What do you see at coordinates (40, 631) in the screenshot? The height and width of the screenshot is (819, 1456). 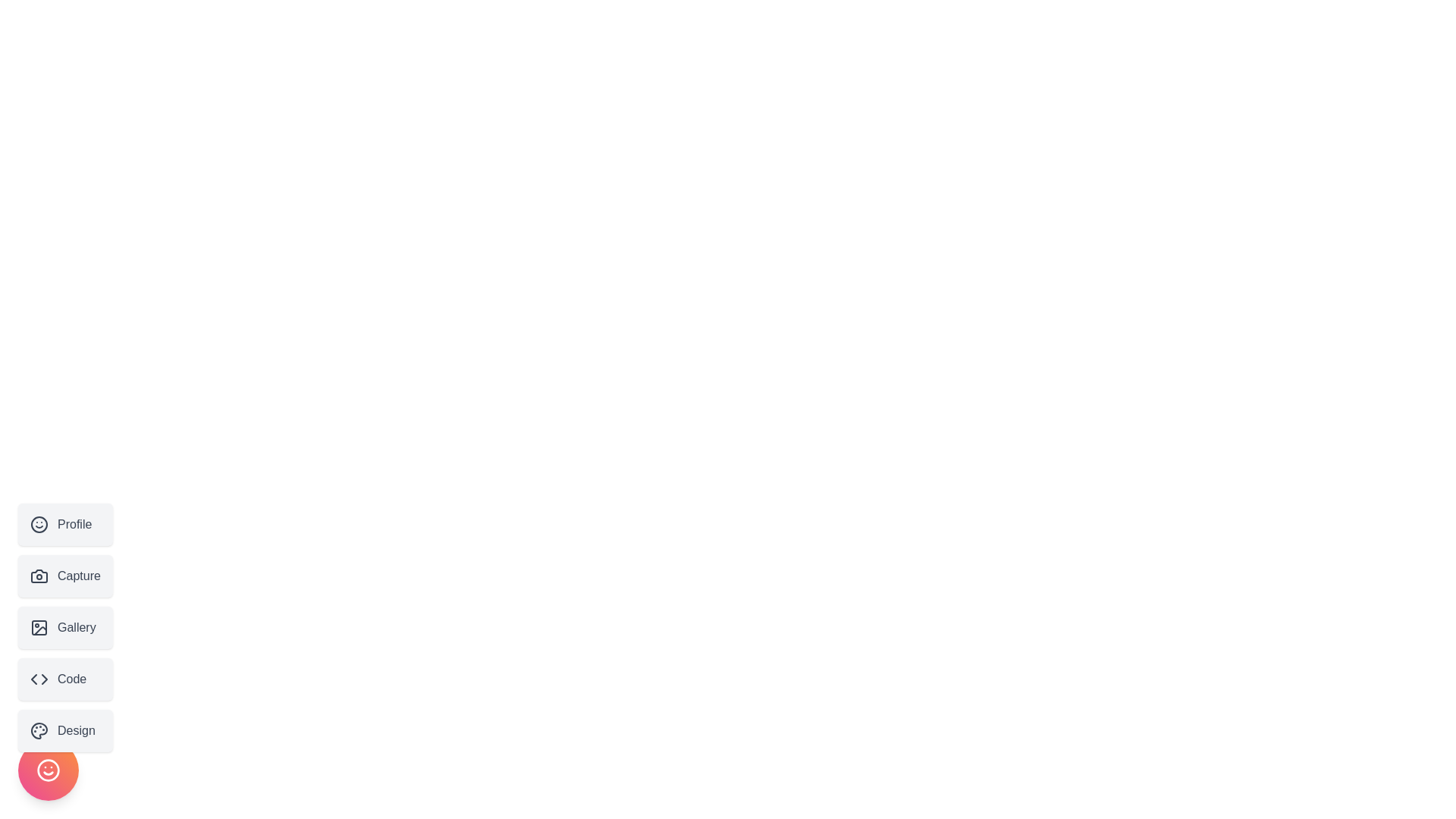 I see `the 'Gallery' button, which is part of an SVG icon located in the third position of a vertically stacked list of buttons` at bounding box center [40, 631].